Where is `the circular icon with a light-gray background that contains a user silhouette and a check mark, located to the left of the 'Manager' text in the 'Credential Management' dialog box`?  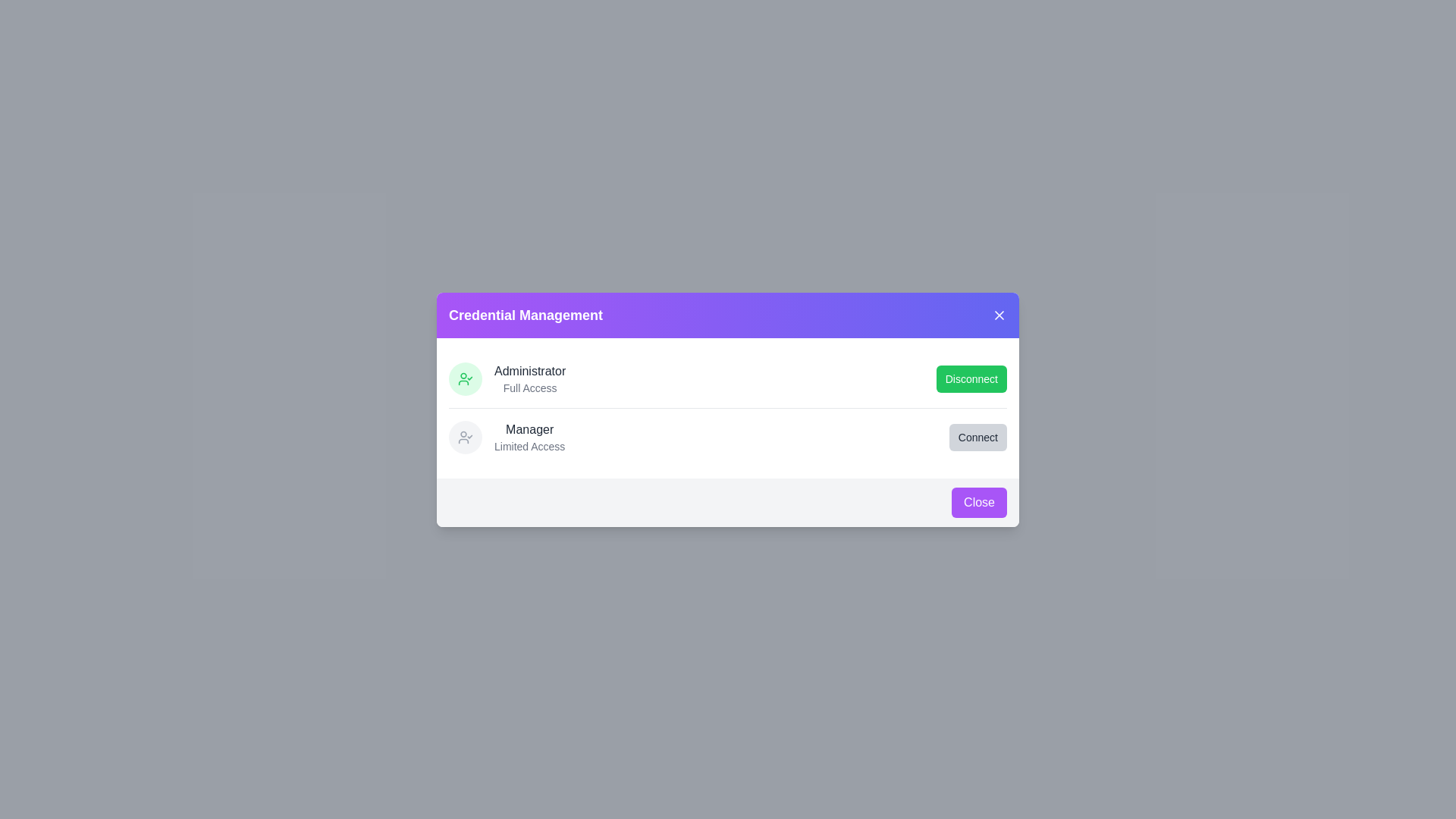 the circular icon with a light-gray background that contains a user silhouette and a check mark, located to the left of the 'Manager' text in the 'Credential Management' dialog box is located at coordinates (465, 436).